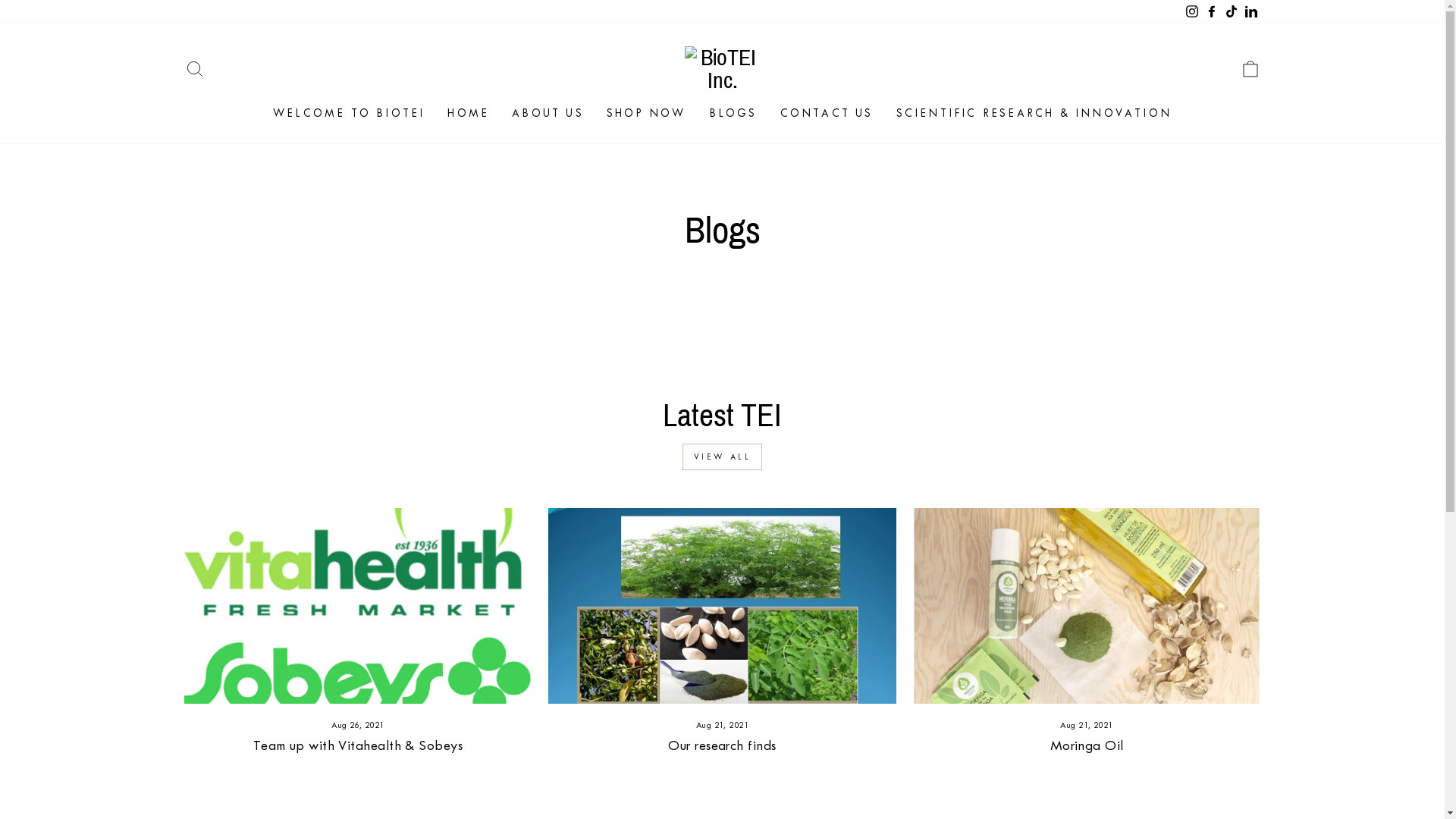  I want to click on 'TikTok', so click(1230, 11).